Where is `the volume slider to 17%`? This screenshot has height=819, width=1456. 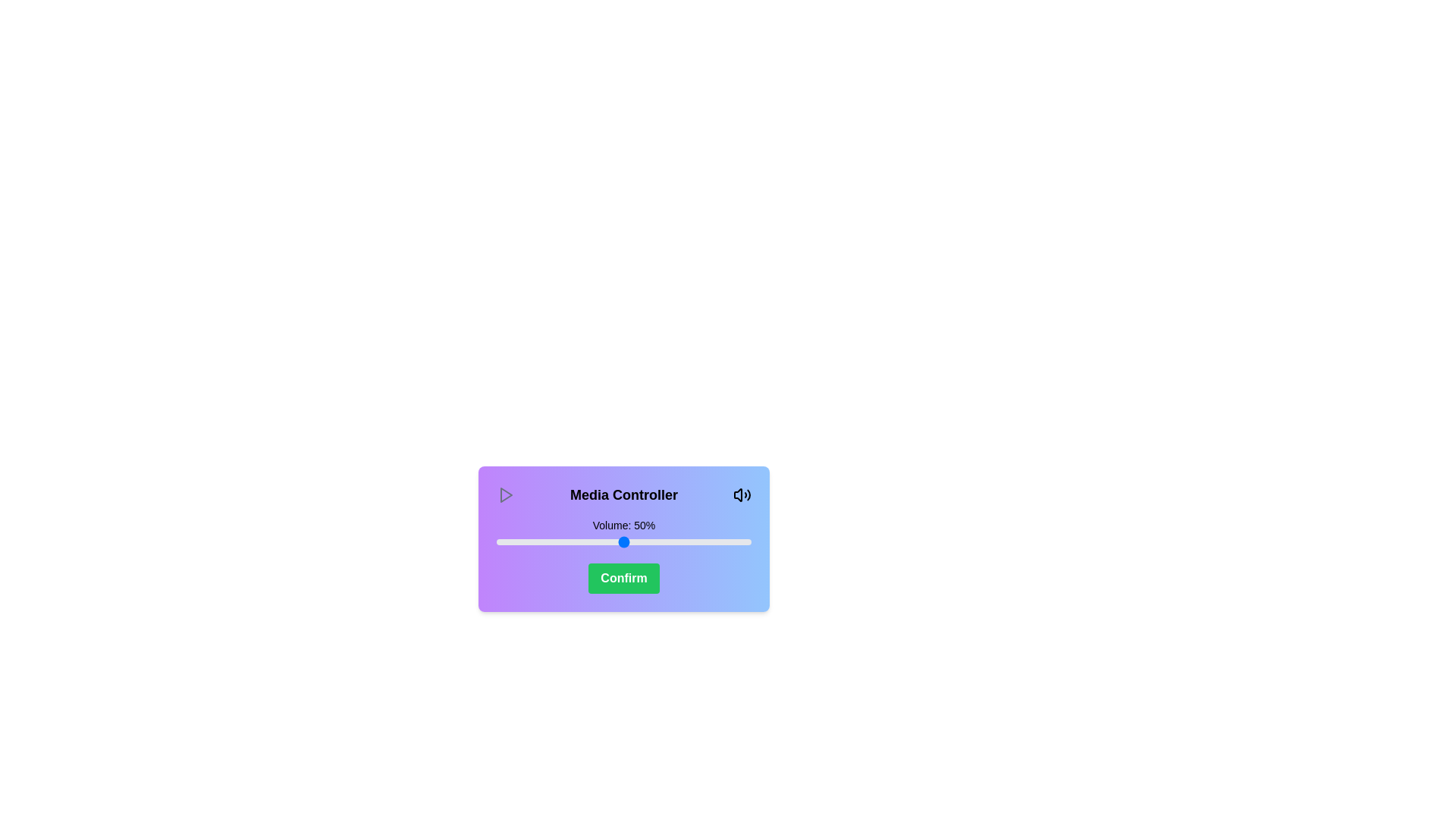 the volume slider to 17% is located at coordinates (540, 541).